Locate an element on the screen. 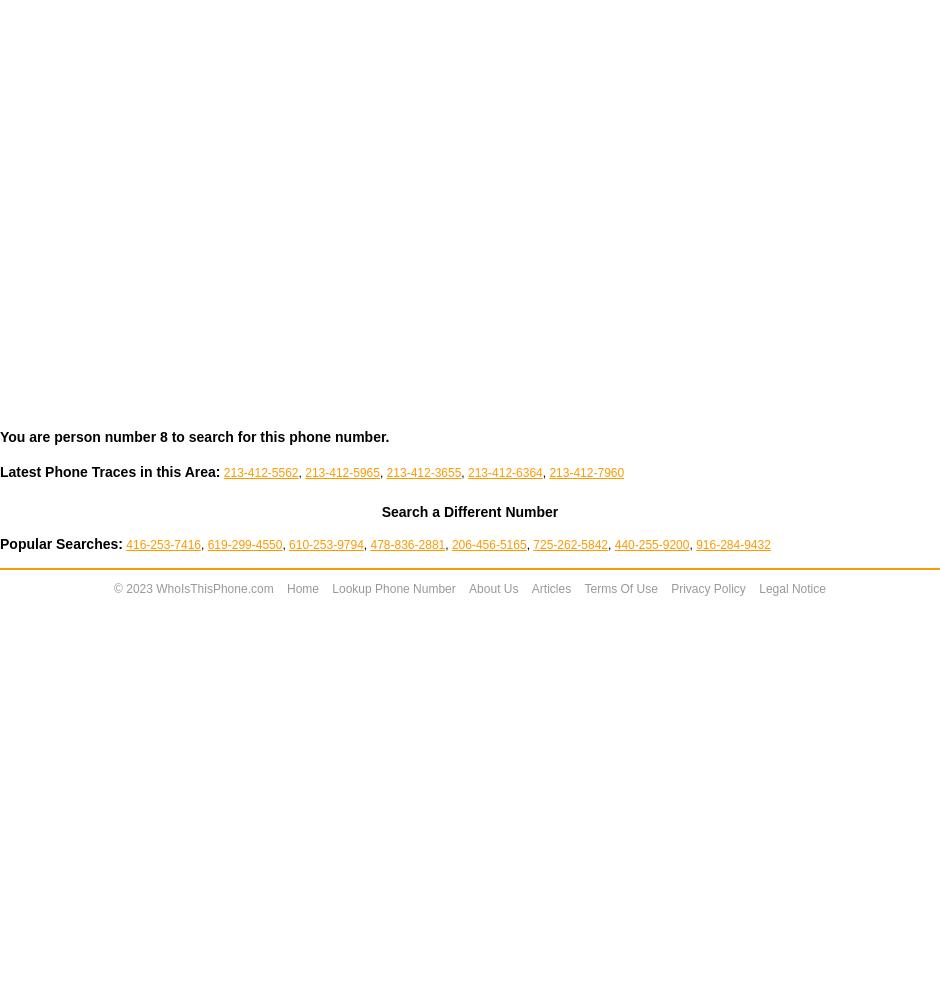 This screenshot has height=1000, width=940. 'Articles' is located at coordinates (551, 588).